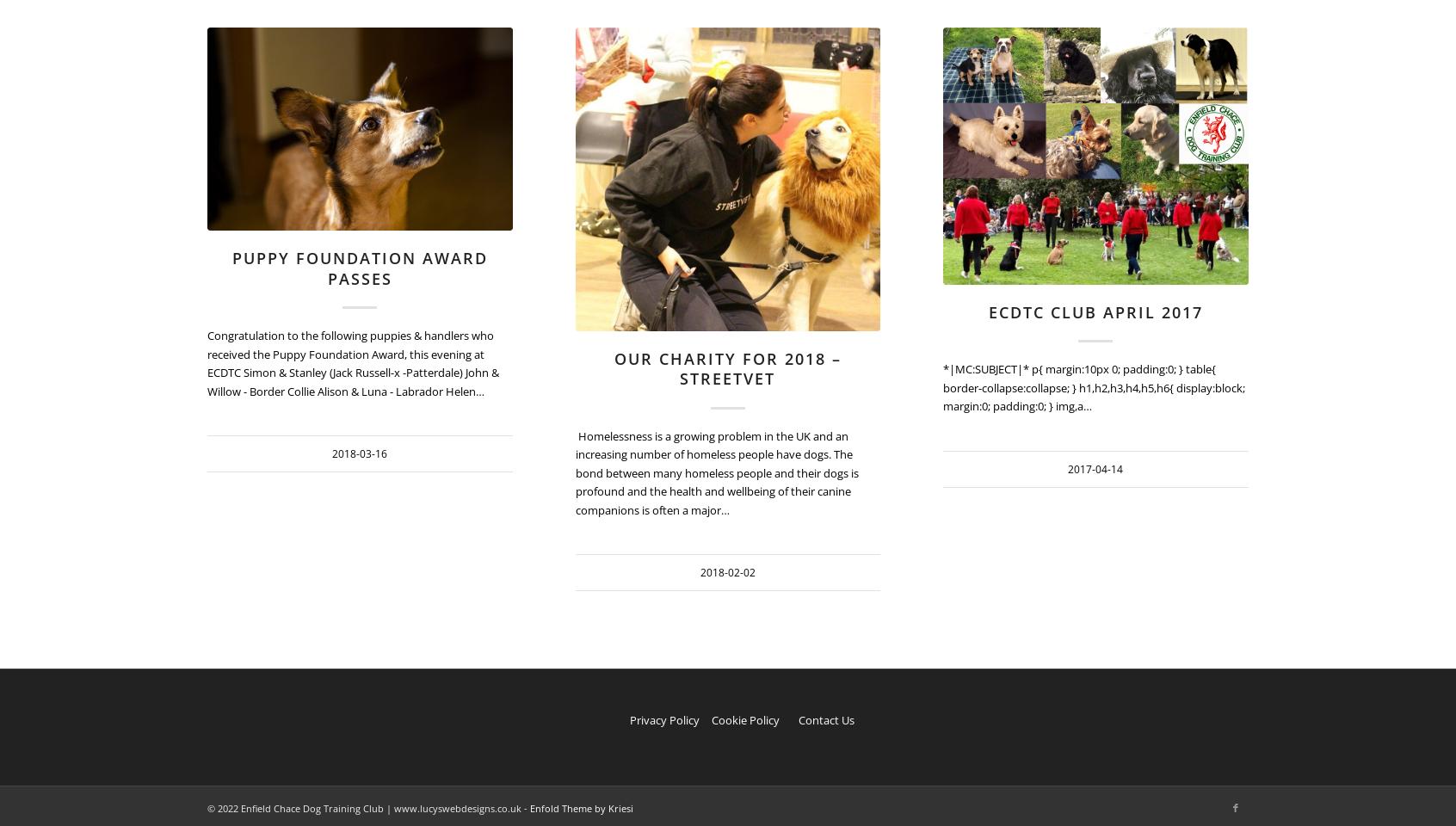  What do you see at coordinates (1321, 72) in the screenshot?
I see `'909'` at bounding box center [1321, 72].